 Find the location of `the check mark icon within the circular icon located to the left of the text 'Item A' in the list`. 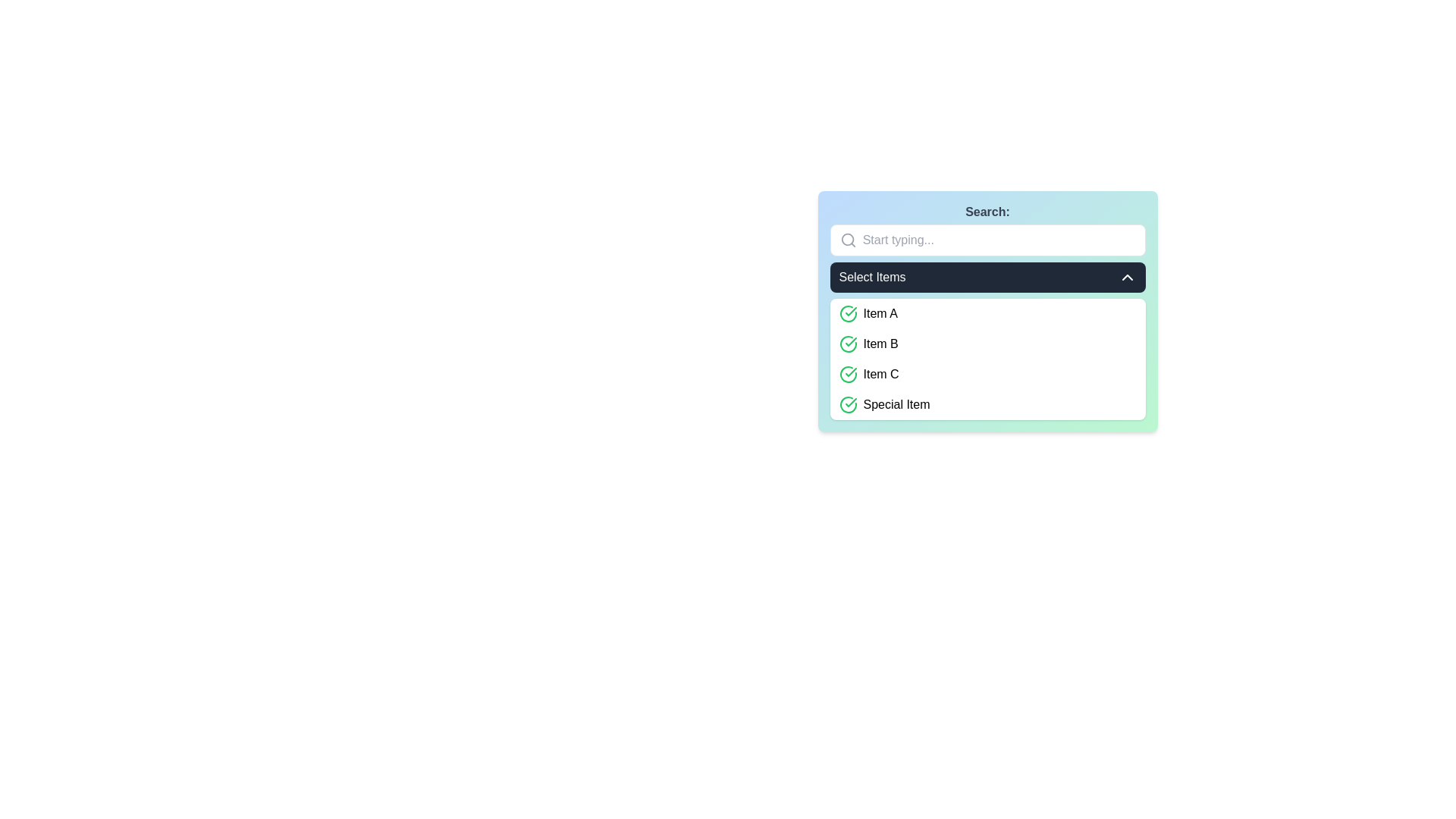

the check mark icon within the circular icon located to the left of the text 'Item A' in the list is located at coordinates (851, 342).